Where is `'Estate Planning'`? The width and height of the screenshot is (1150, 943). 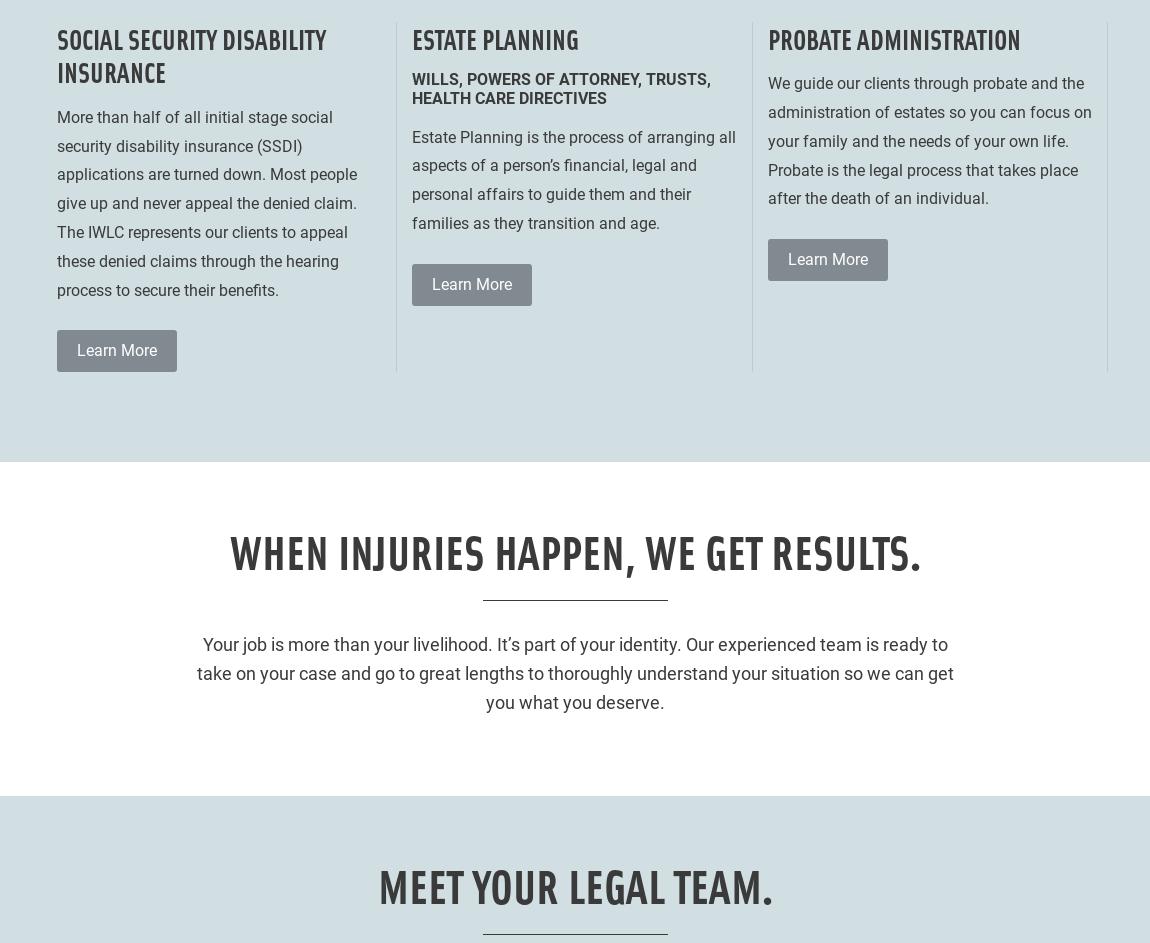
'Estate Planning' is located at coordinates (495, 37).